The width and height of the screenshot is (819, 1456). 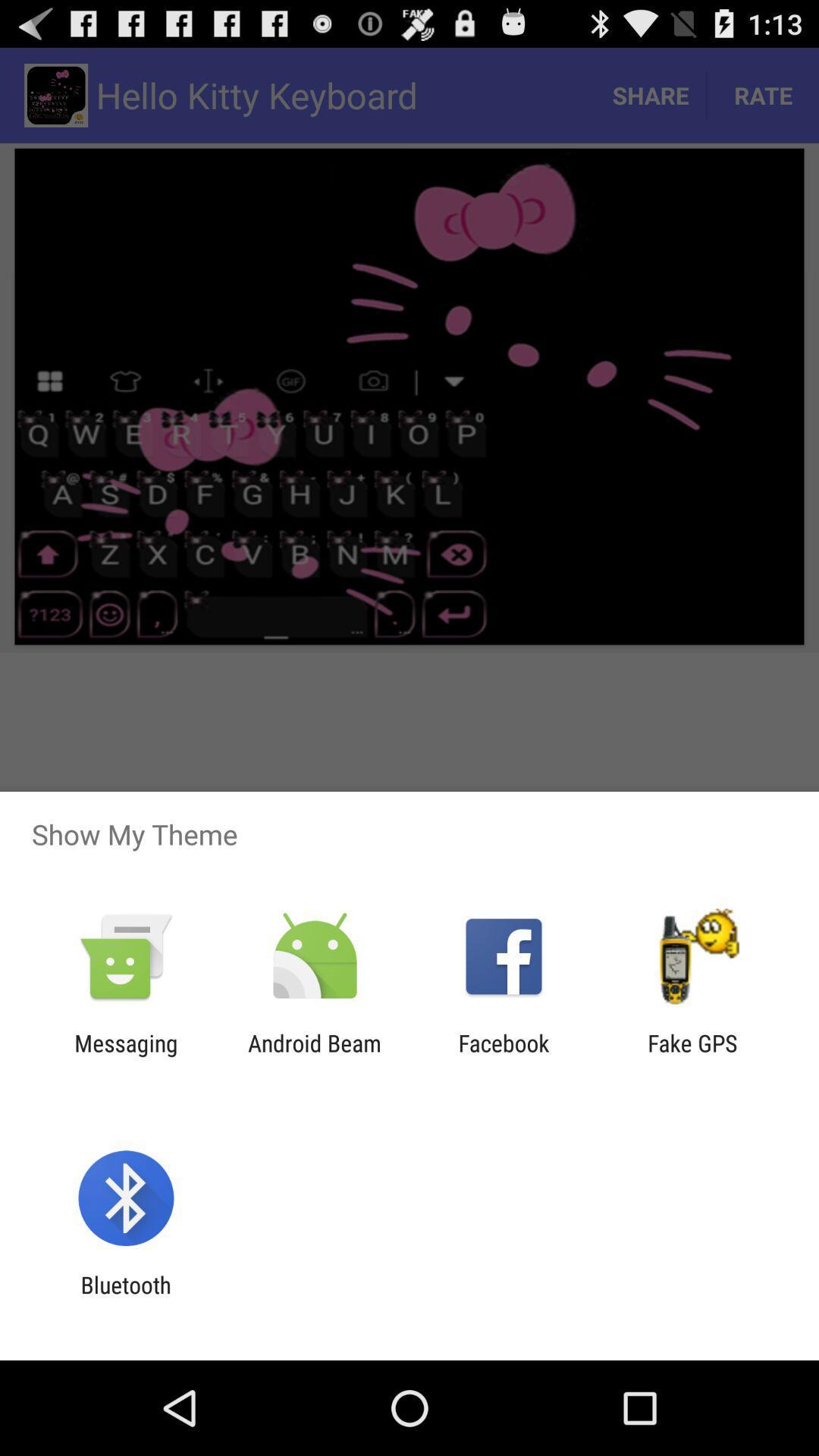 What do you see at coordinates (125, 1056) in the screenshot?
I see `the messaging` at bounding box center [125, 1056].